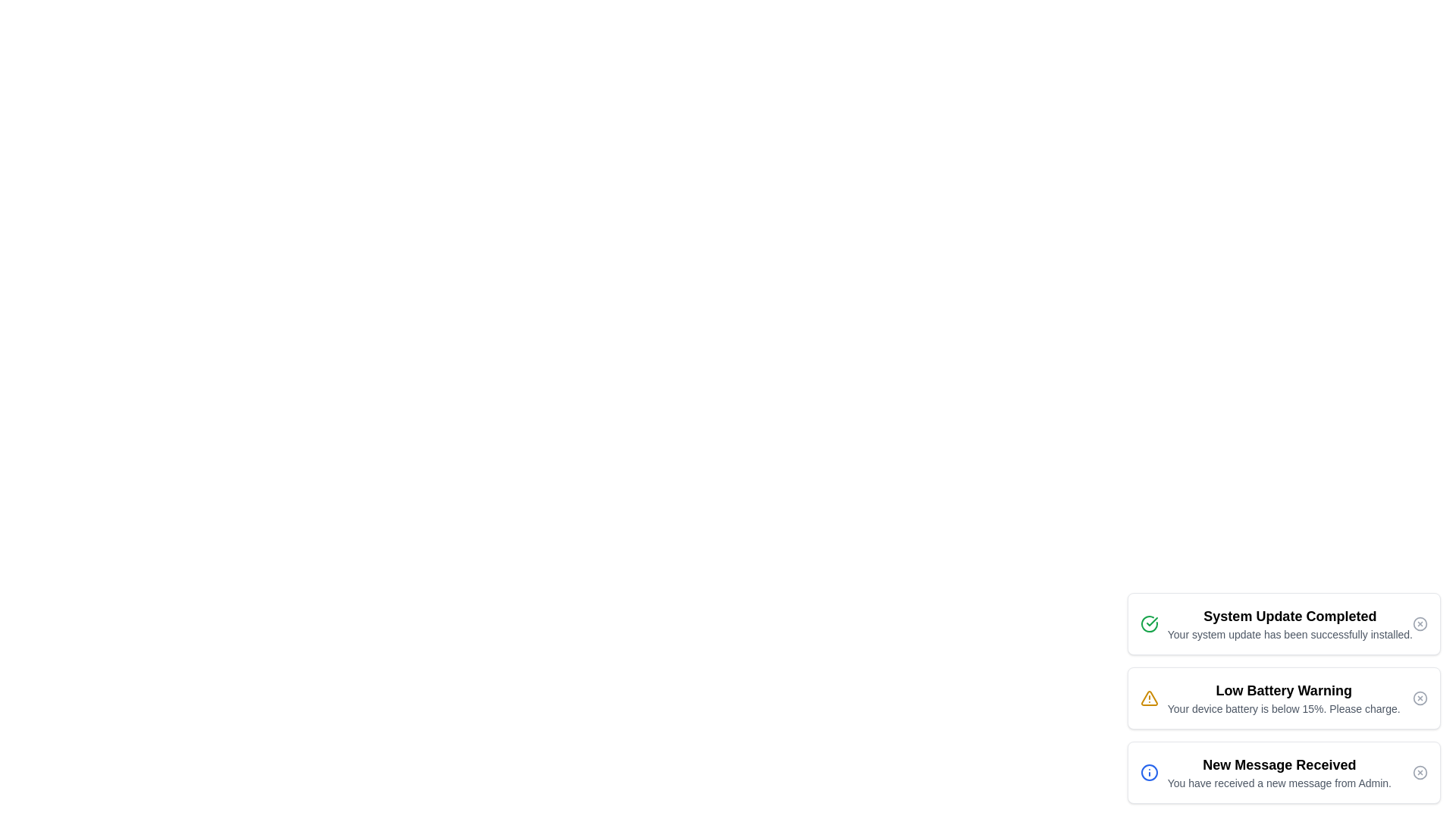 The height and width of the screenshot is (819, 1456). Describe the element at coordinates (1283, 690) in the screenshot. I see `the 'Low Battery Warning' text label, which is a bold, larger font heading in the second notification card of the grid` at that location.